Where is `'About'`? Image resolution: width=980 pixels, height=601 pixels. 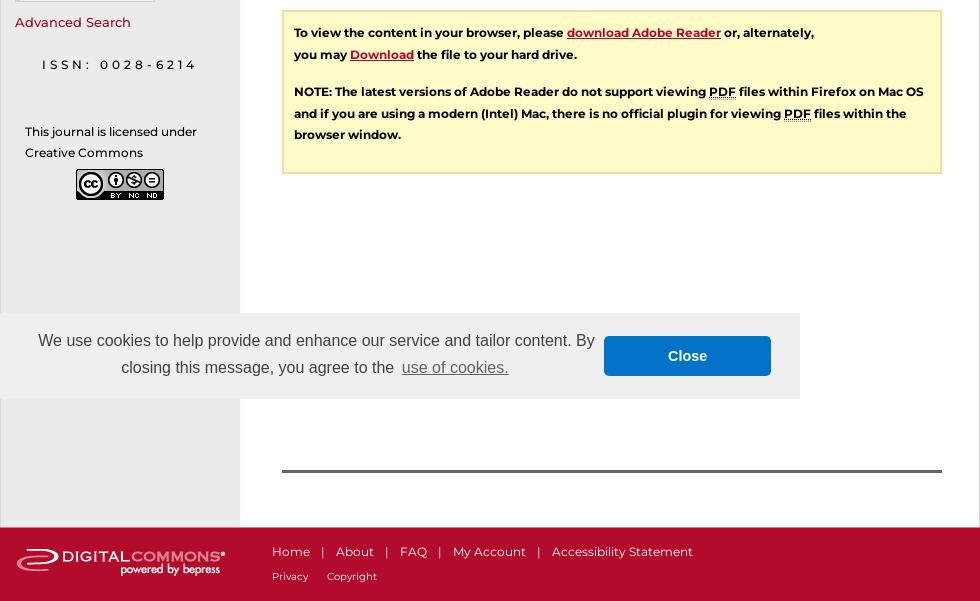 'About' is located at coordinates (354, 551).